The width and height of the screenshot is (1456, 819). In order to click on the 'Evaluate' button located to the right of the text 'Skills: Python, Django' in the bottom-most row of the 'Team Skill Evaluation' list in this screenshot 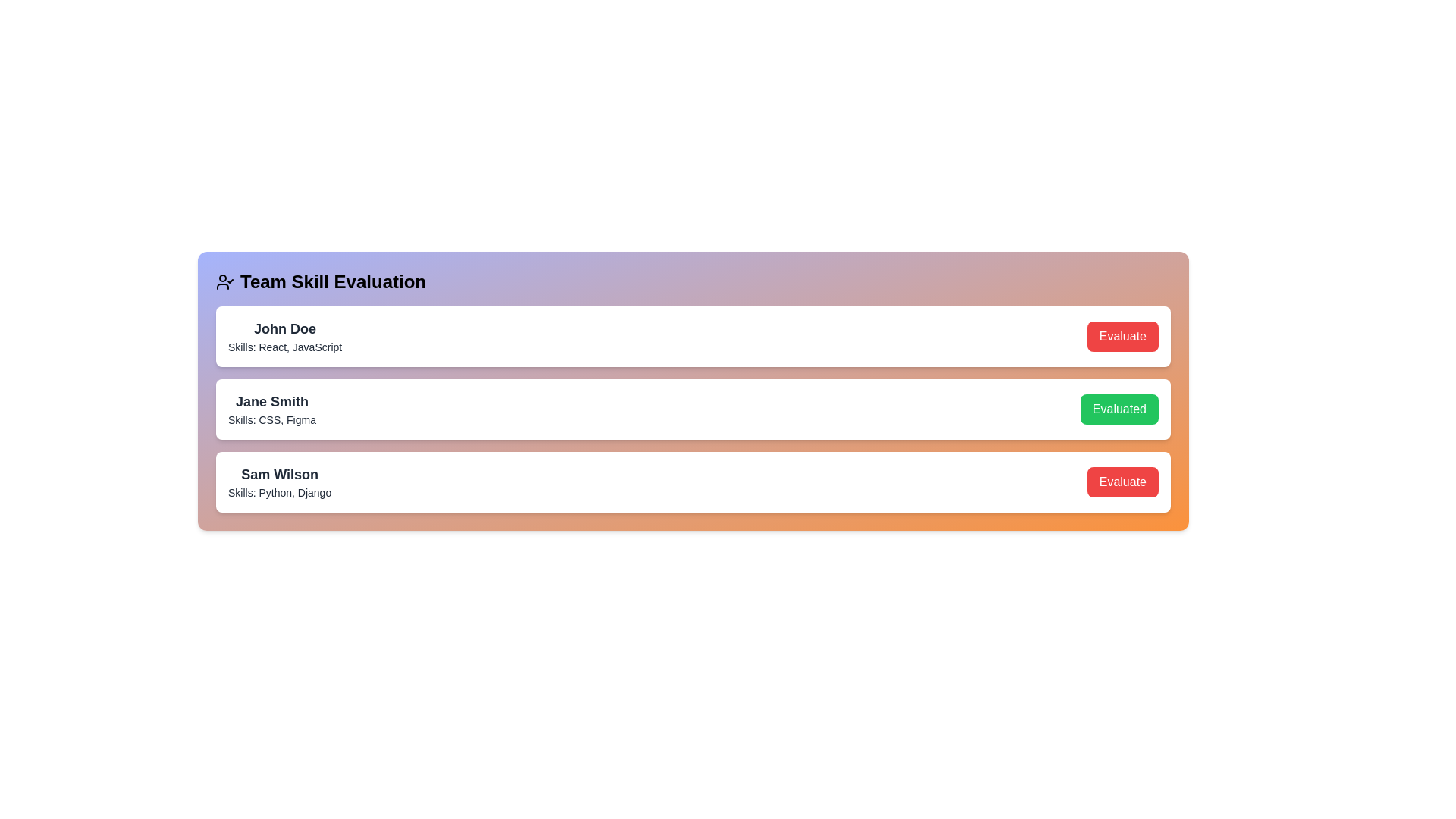, I will do `click(1122, 482)`.